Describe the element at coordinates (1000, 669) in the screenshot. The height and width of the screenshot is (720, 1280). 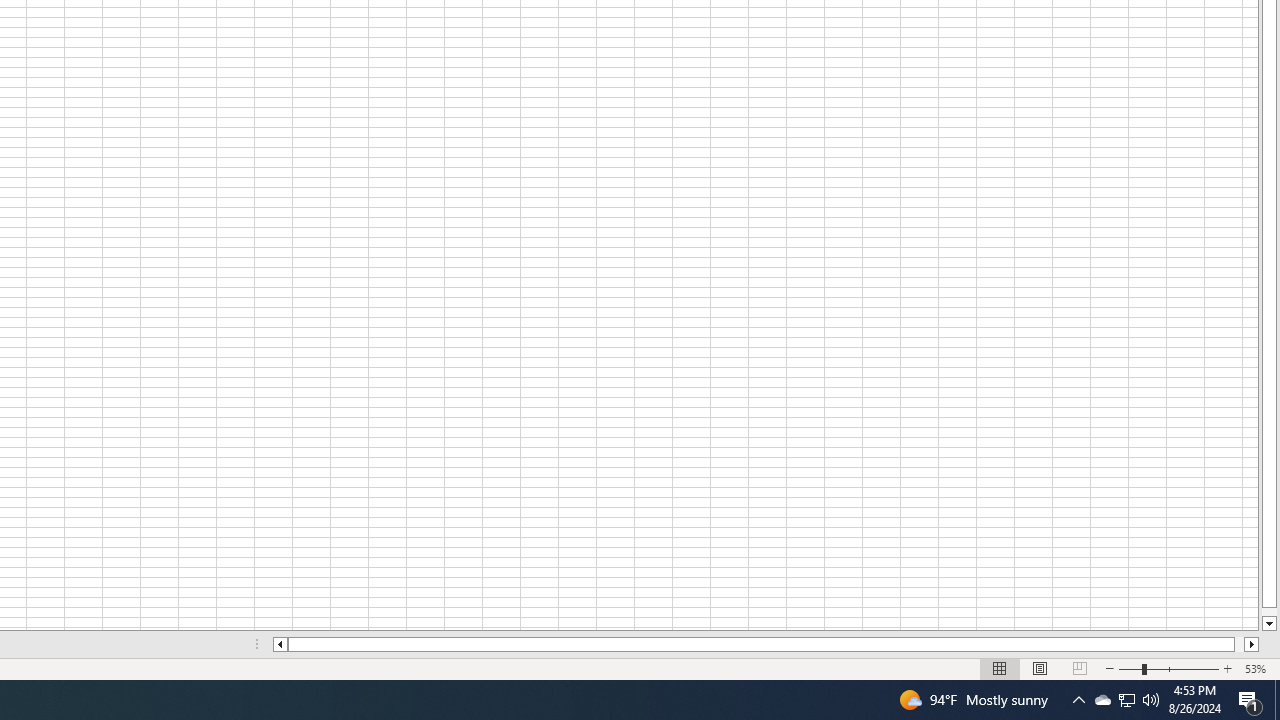
I see `'Normal'` at that location.